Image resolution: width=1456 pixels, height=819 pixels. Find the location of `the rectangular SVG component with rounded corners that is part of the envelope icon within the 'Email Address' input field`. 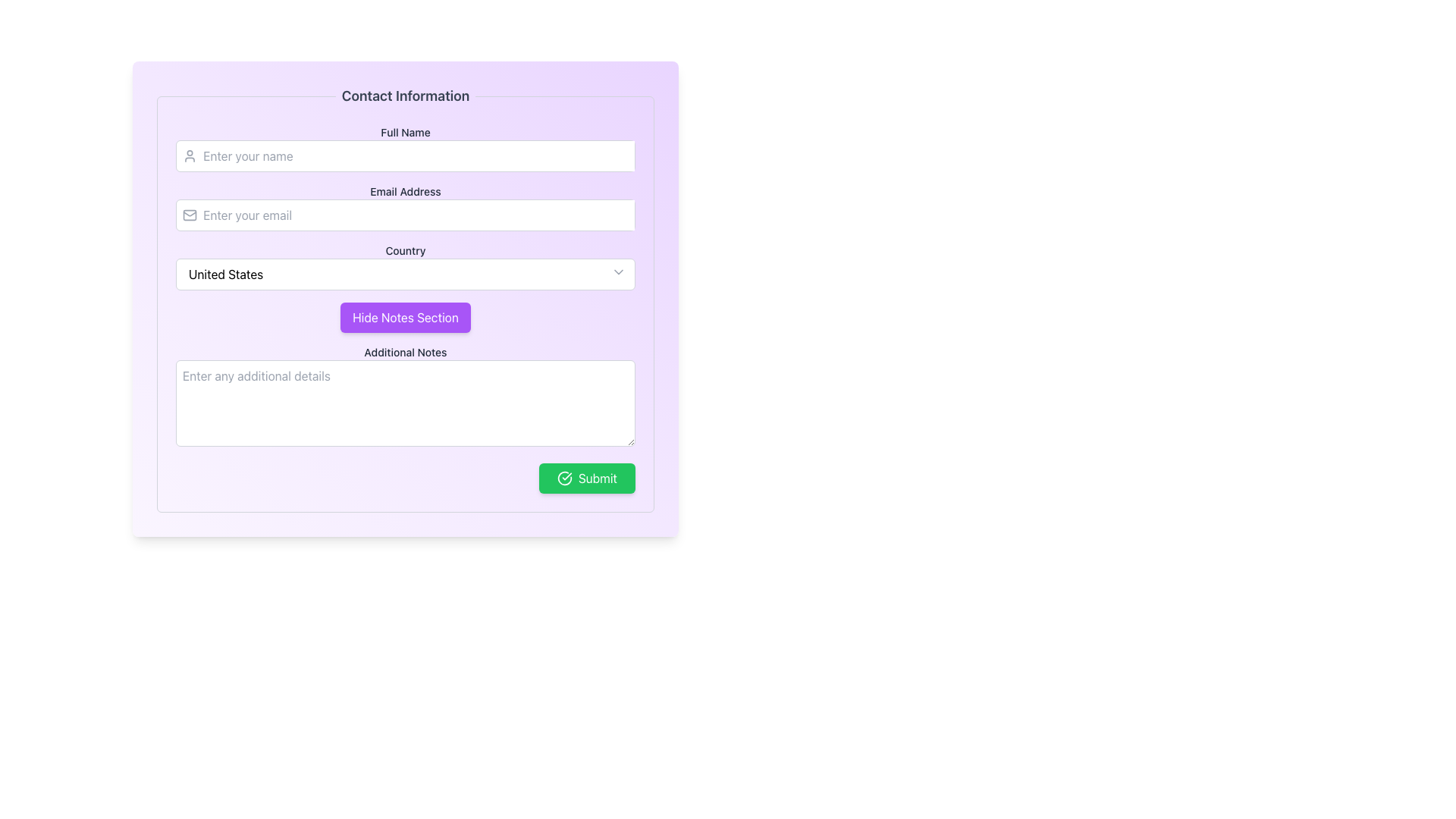

the rectangular SVG component with rounded corners that is part of the envelope icon within the 'Email Address' input field is located at coordinates (189, 215).